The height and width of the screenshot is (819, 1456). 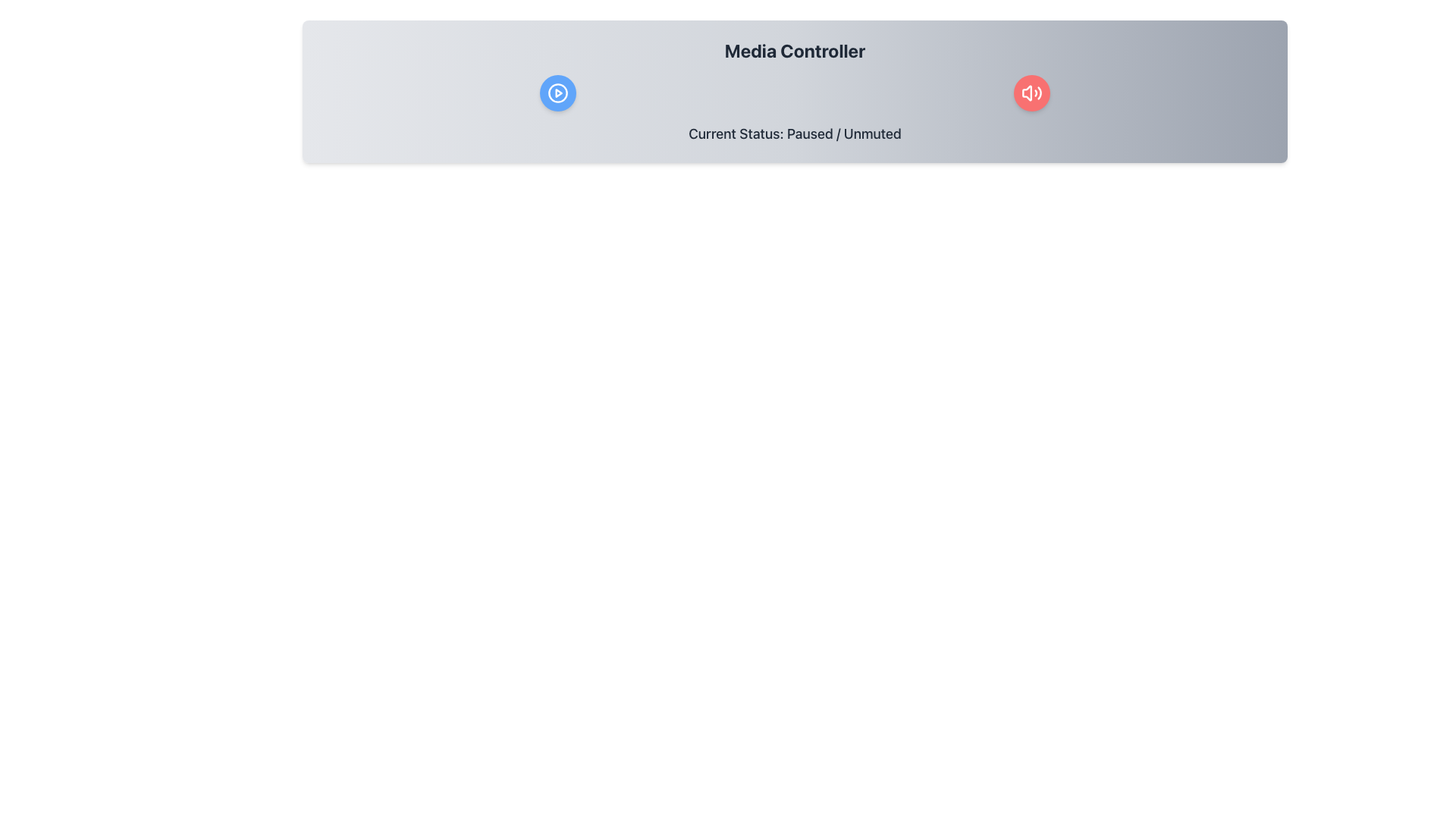 What do you see at coordinates (1031, 93) in the screenshot?
I see `the red sound control icon button located in the upper-right corner of the interface, next to the 'Media Controller' label` at bounding box center [1031, 93].